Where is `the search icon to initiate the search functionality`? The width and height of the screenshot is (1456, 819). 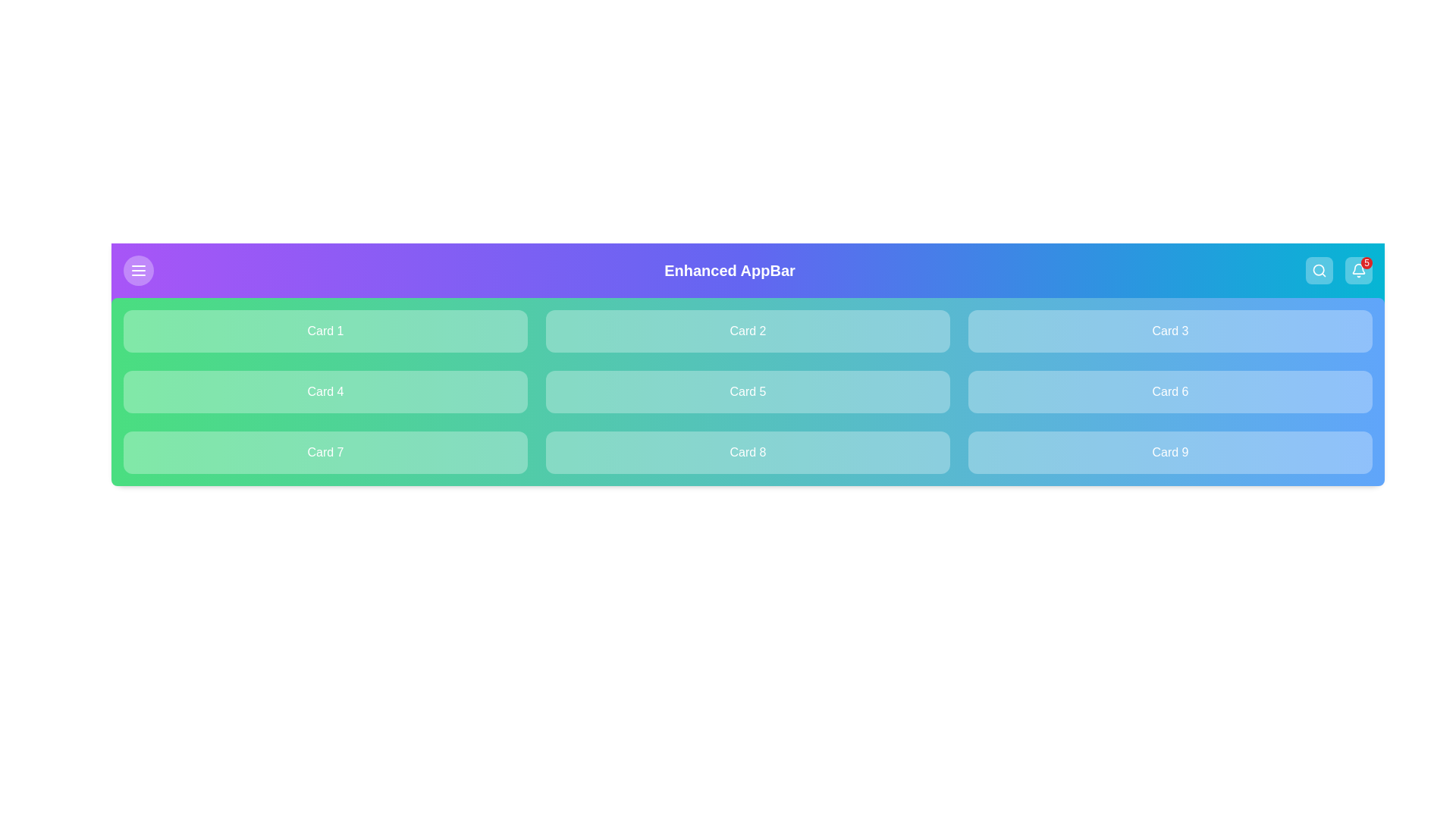 the search icon to initiate the search functionality is located at coordinates (1318, 270).